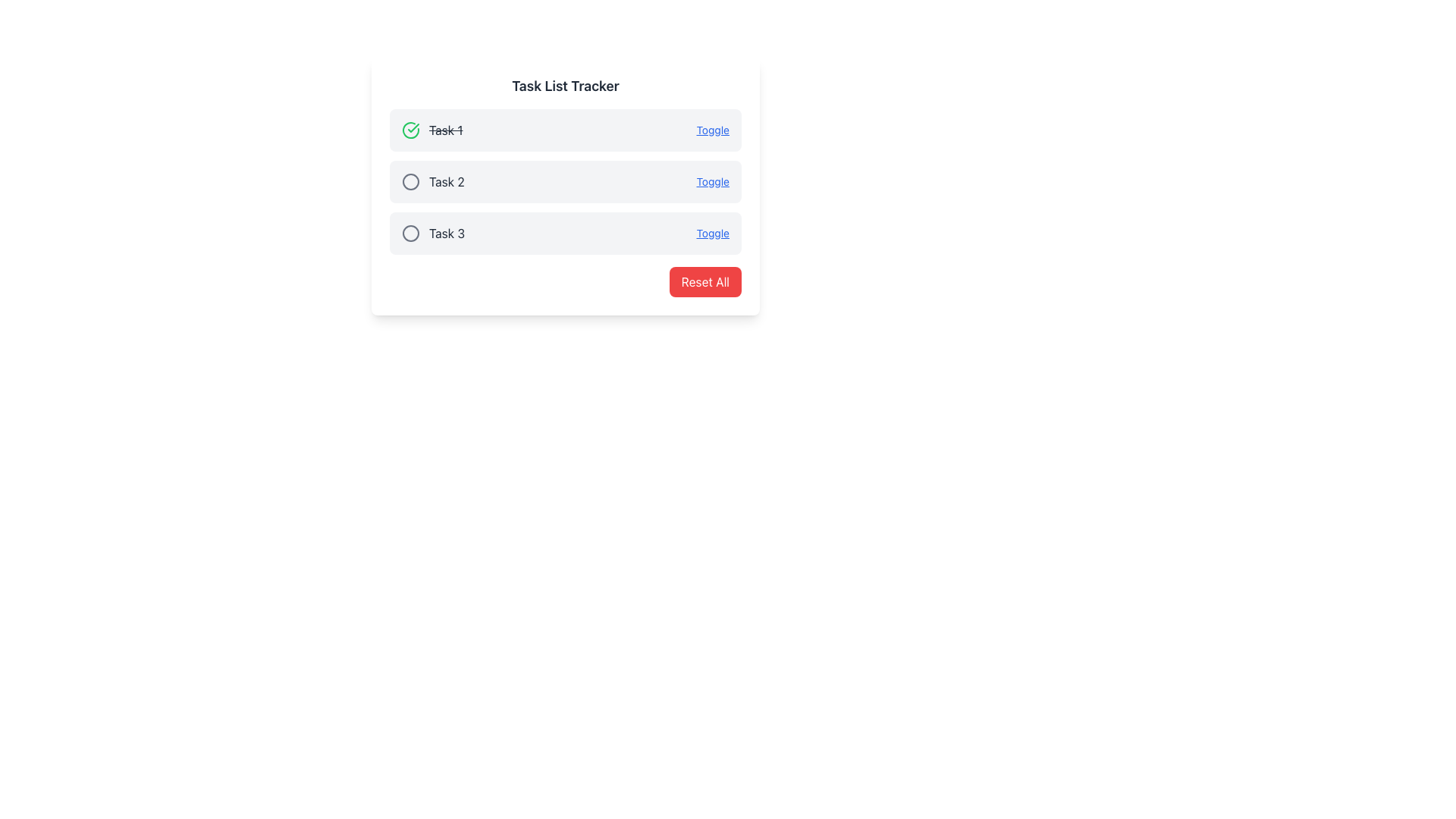  I want to click on the SVG Circle indicating the status of 'Task 3' in the task tracker interface, located in the third row, left-aligned with the task text, so click(411, 234).